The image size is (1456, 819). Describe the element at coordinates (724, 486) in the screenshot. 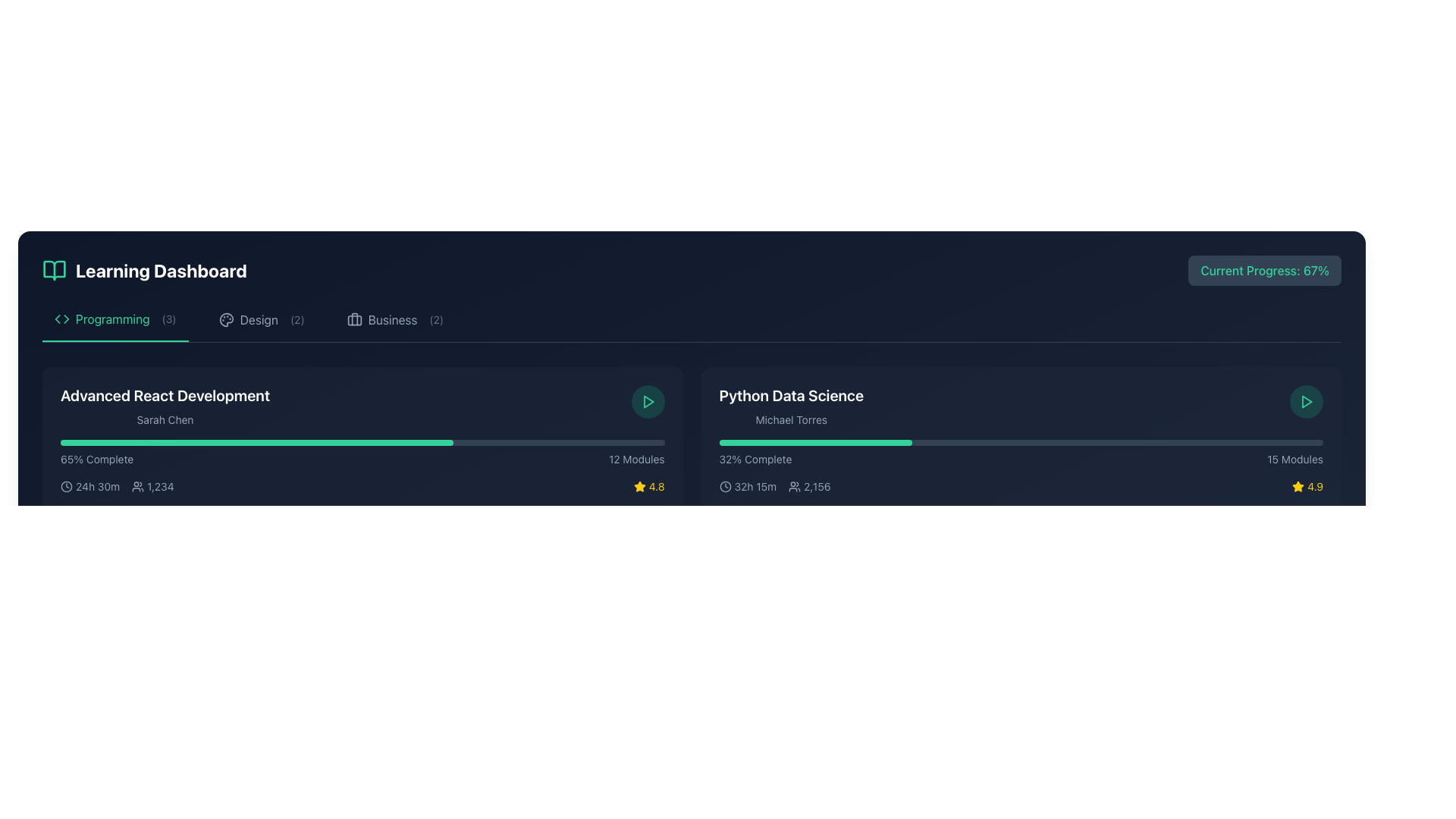

I see `the clock icon located to the left of the text '32h 15m' in the 'Python Data Science' section` at that location.